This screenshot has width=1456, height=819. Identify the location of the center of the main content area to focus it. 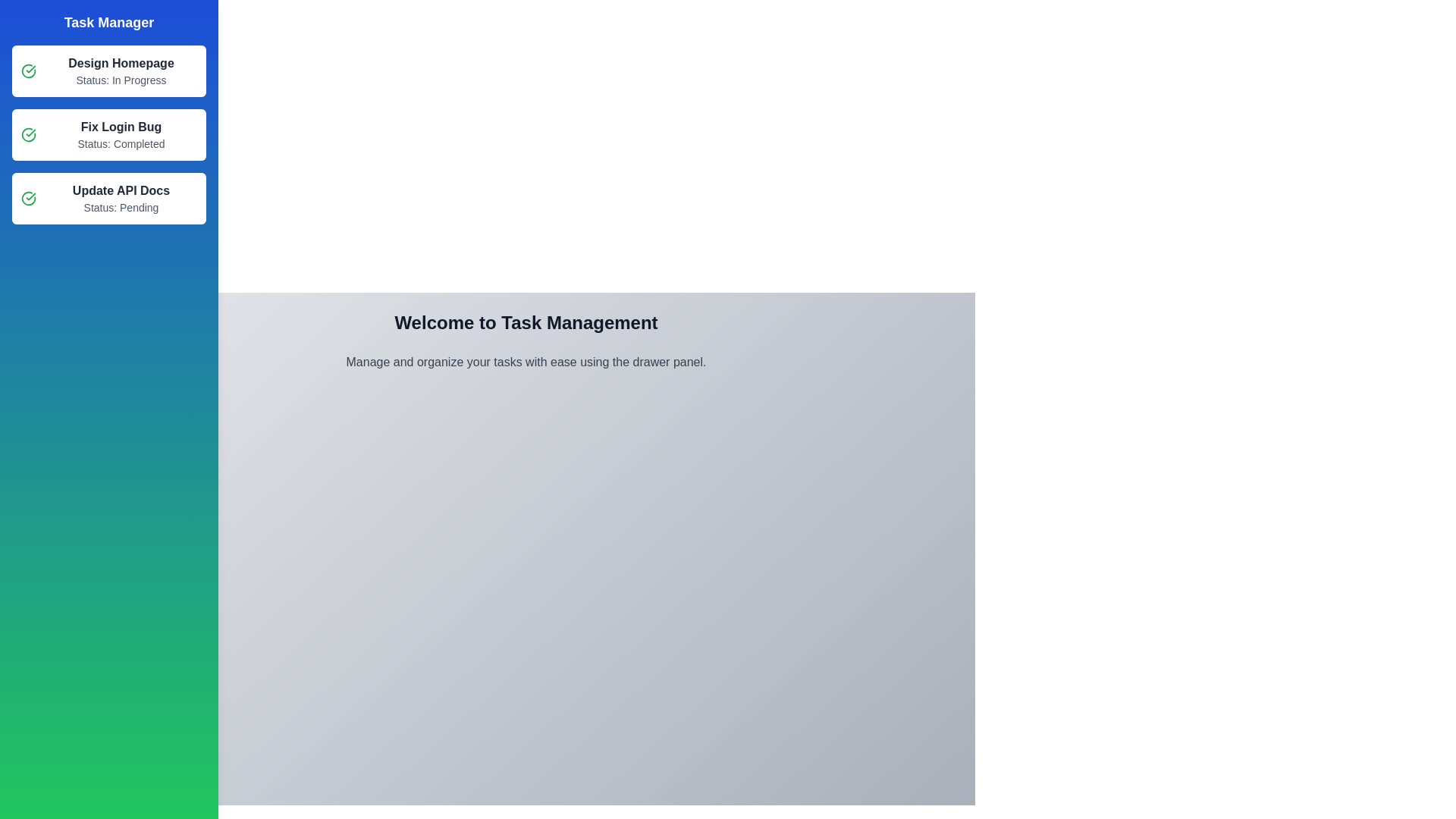
(526, 701).